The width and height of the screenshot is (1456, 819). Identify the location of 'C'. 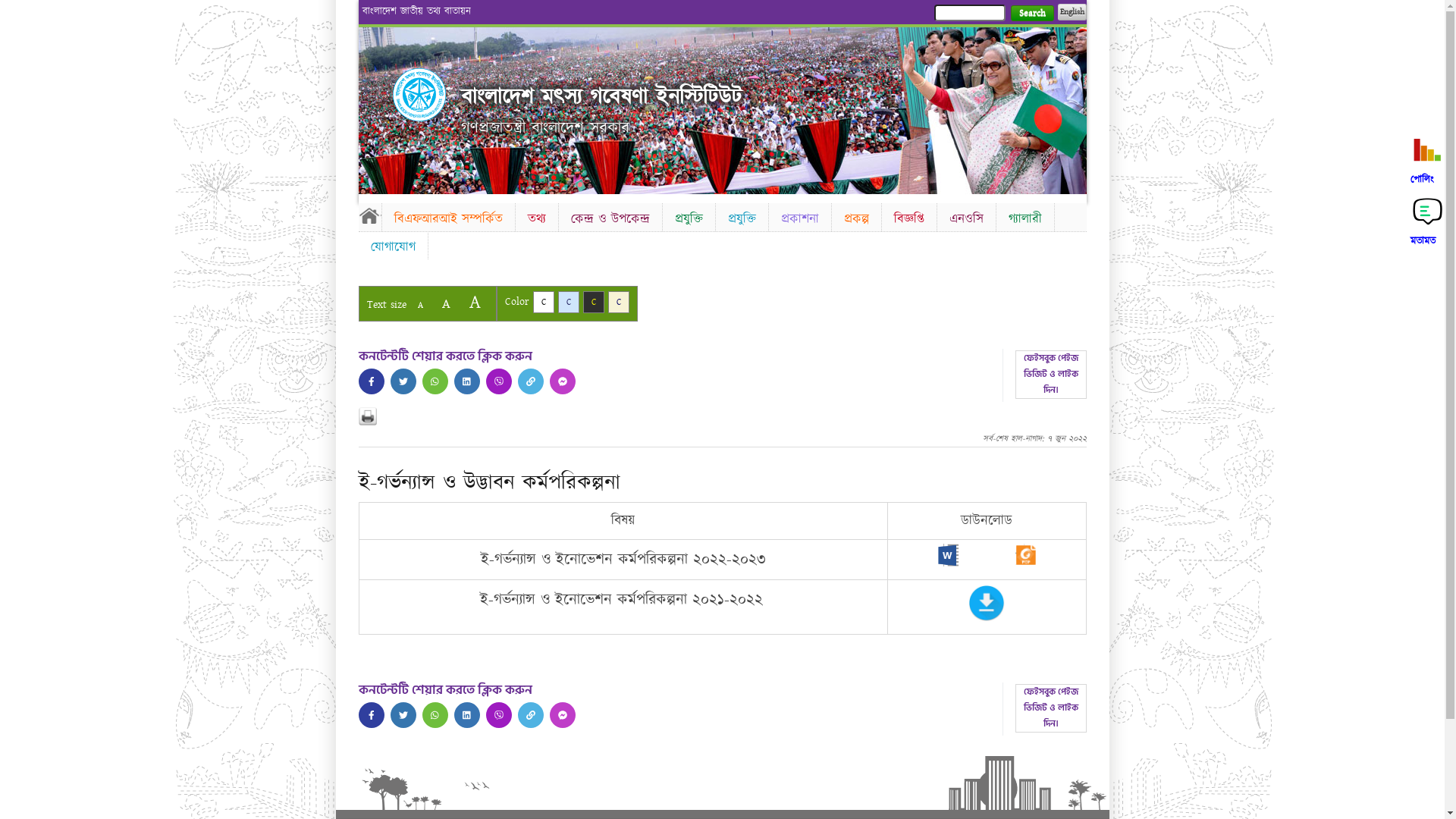
(619, 302).